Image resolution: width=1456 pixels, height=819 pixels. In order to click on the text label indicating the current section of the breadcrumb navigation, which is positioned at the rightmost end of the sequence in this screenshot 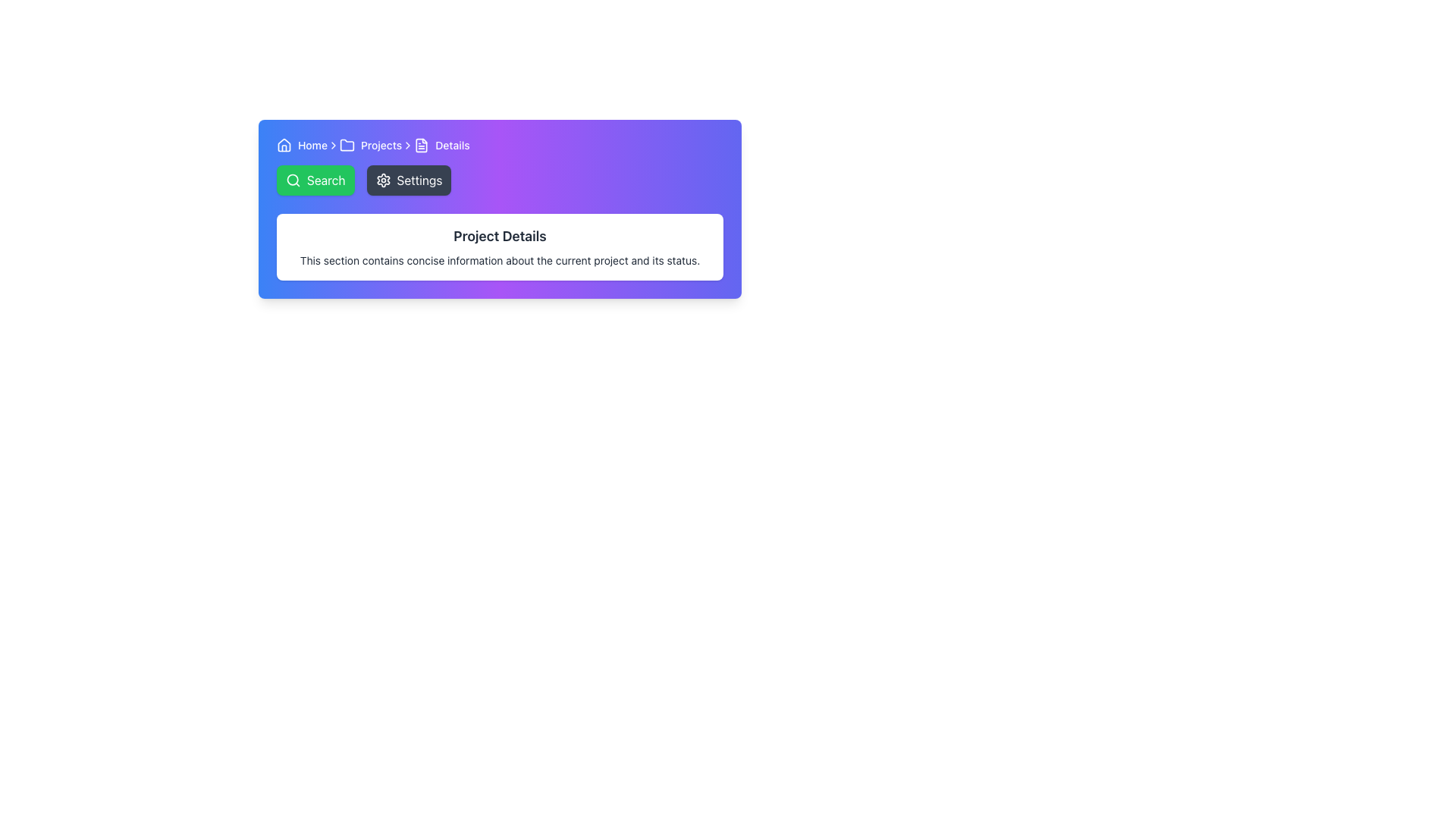, I will do `click(451, 146)`.